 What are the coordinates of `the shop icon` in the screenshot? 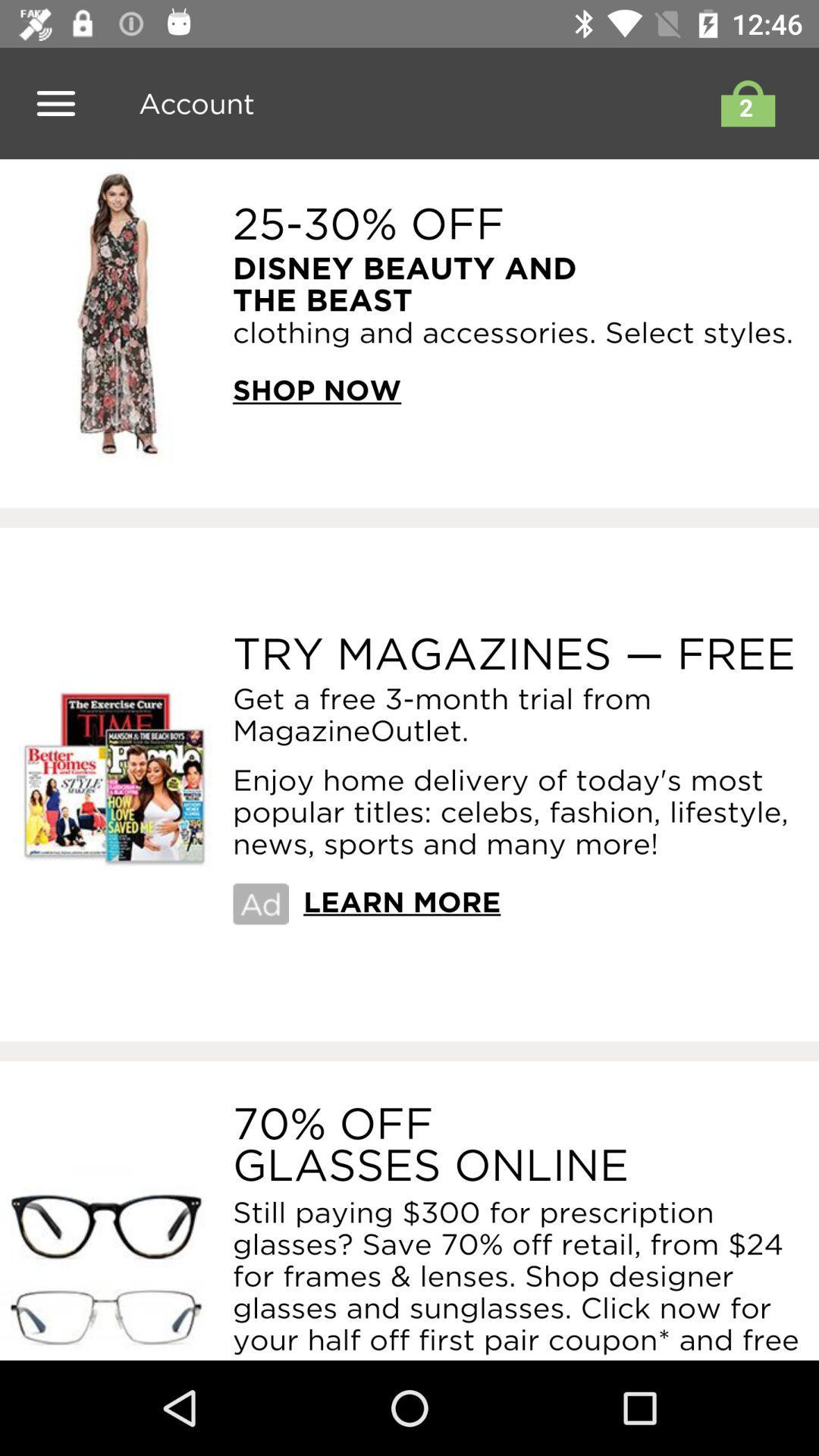 It's located at (743, 102).